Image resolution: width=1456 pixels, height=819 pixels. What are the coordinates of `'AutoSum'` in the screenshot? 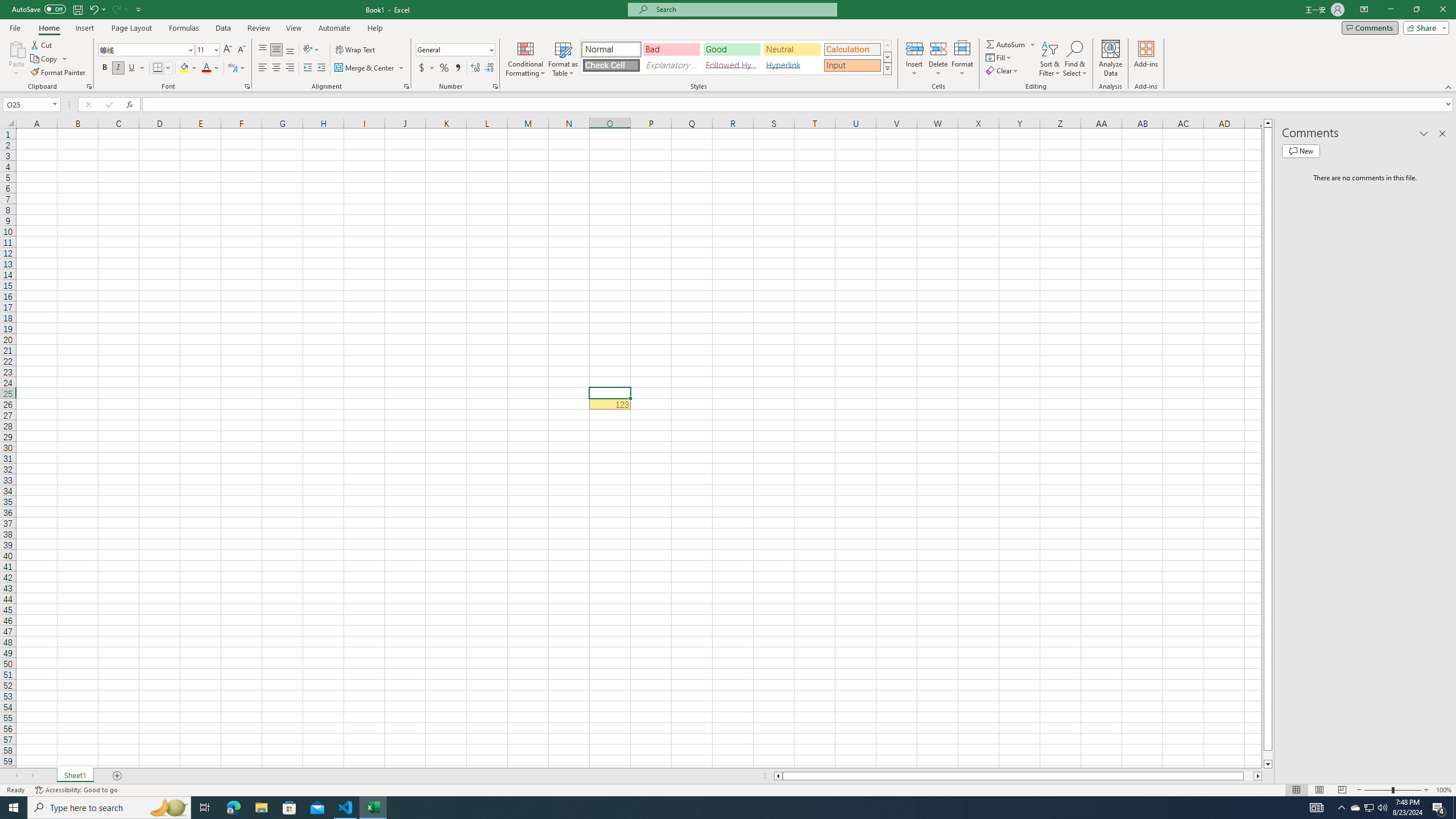 It's located at (1011, 44).